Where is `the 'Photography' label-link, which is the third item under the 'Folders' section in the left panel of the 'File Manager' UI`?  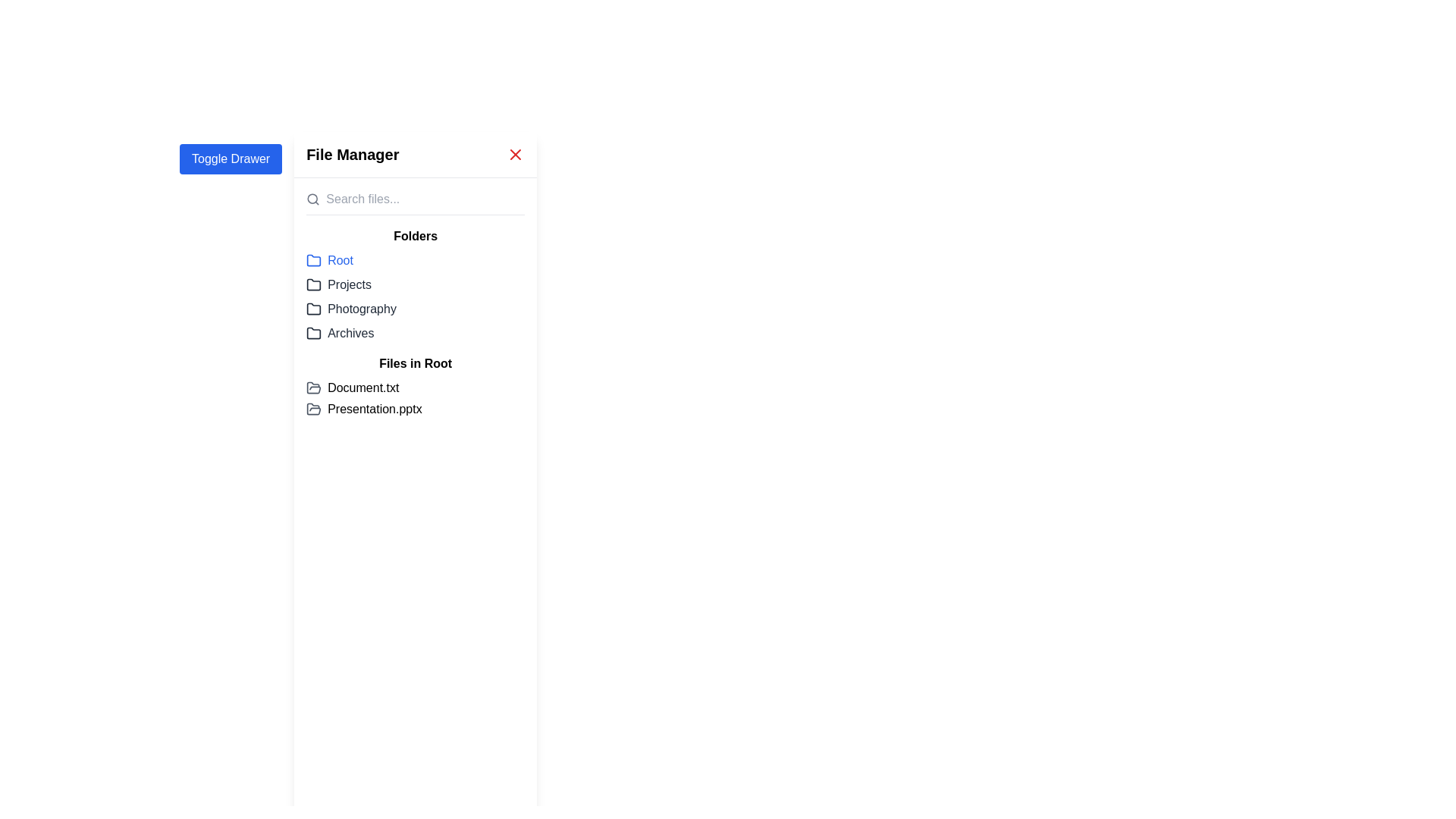 the 'Photography' label-link, which is the third item under the 'Folders' section in the left panel of the 'File Manager' UI is located at coordinates (350, 309).